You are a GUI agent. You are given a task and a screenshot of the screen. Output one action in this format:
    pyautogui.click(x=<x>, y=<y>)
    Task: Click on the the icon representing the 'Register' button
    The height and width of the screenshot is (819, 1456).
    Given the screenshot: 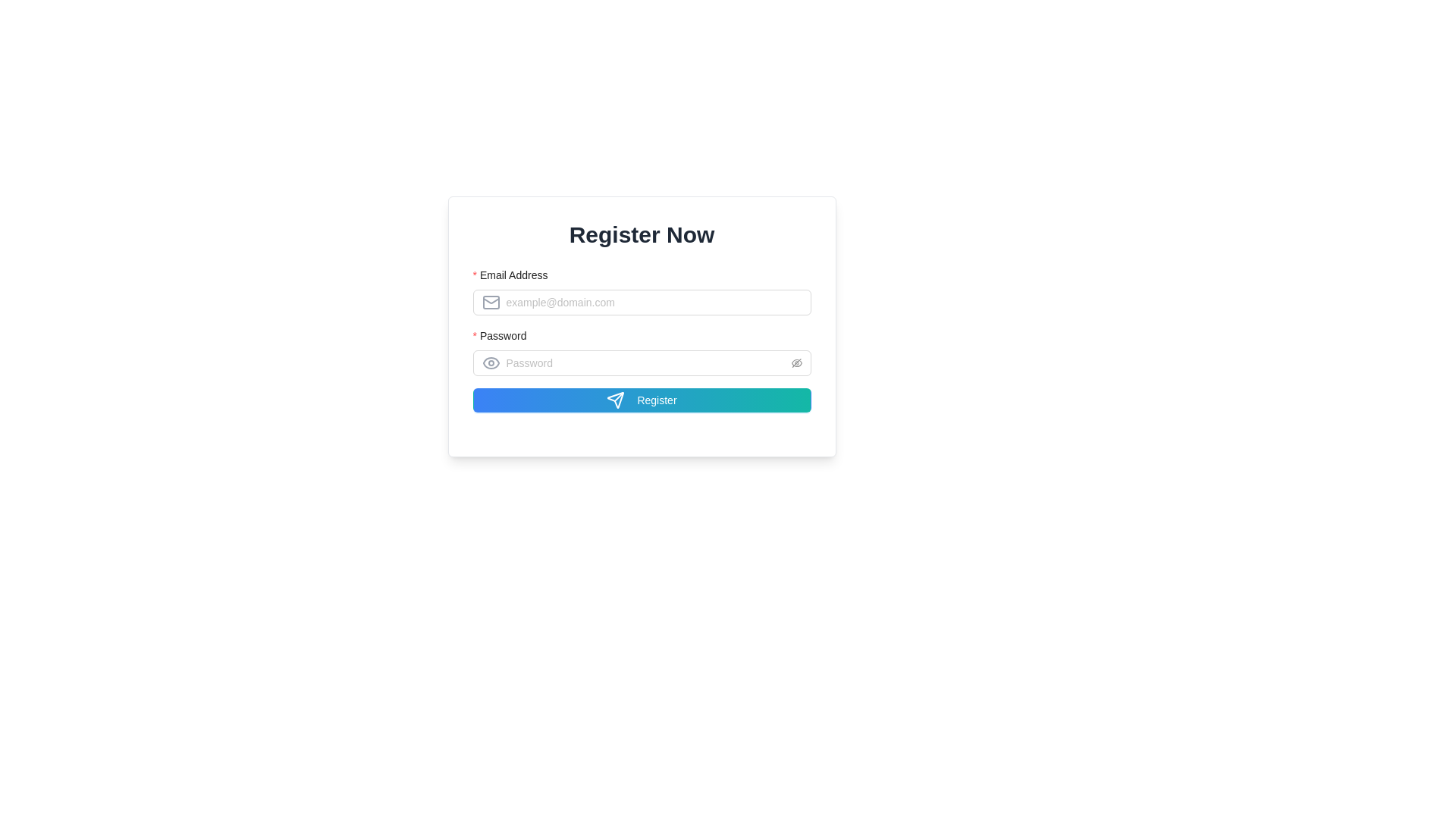 What is the action you would take?
    pyautogui.click(x=616, y=400)
    